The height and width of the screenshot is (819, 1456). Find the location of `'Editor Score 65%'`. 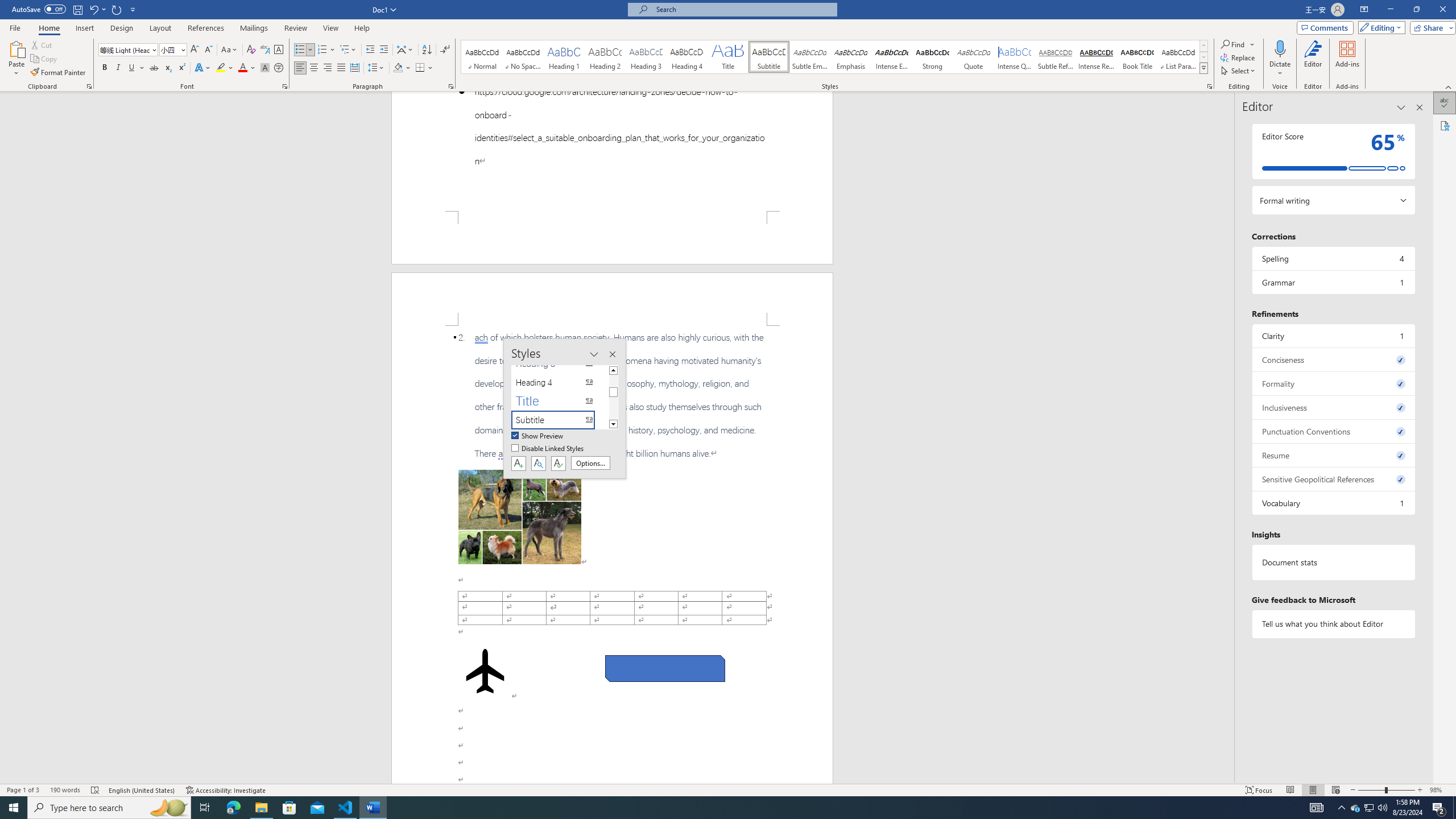

'Editor Score 65%' is located at coordinates (1333, 151).